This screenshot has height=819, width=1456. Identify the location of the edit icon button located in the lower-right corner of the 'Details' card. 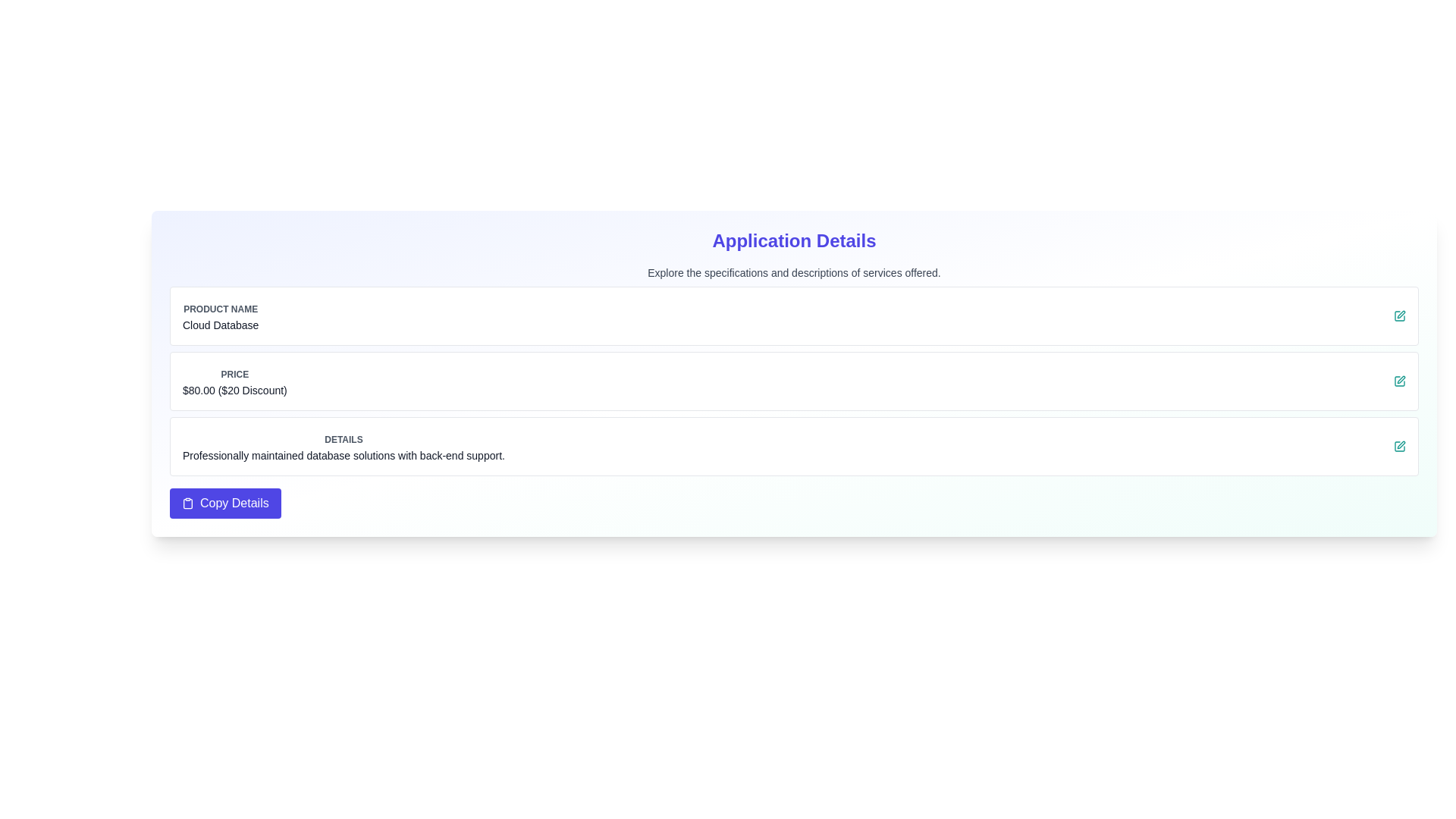
(1399, 446).